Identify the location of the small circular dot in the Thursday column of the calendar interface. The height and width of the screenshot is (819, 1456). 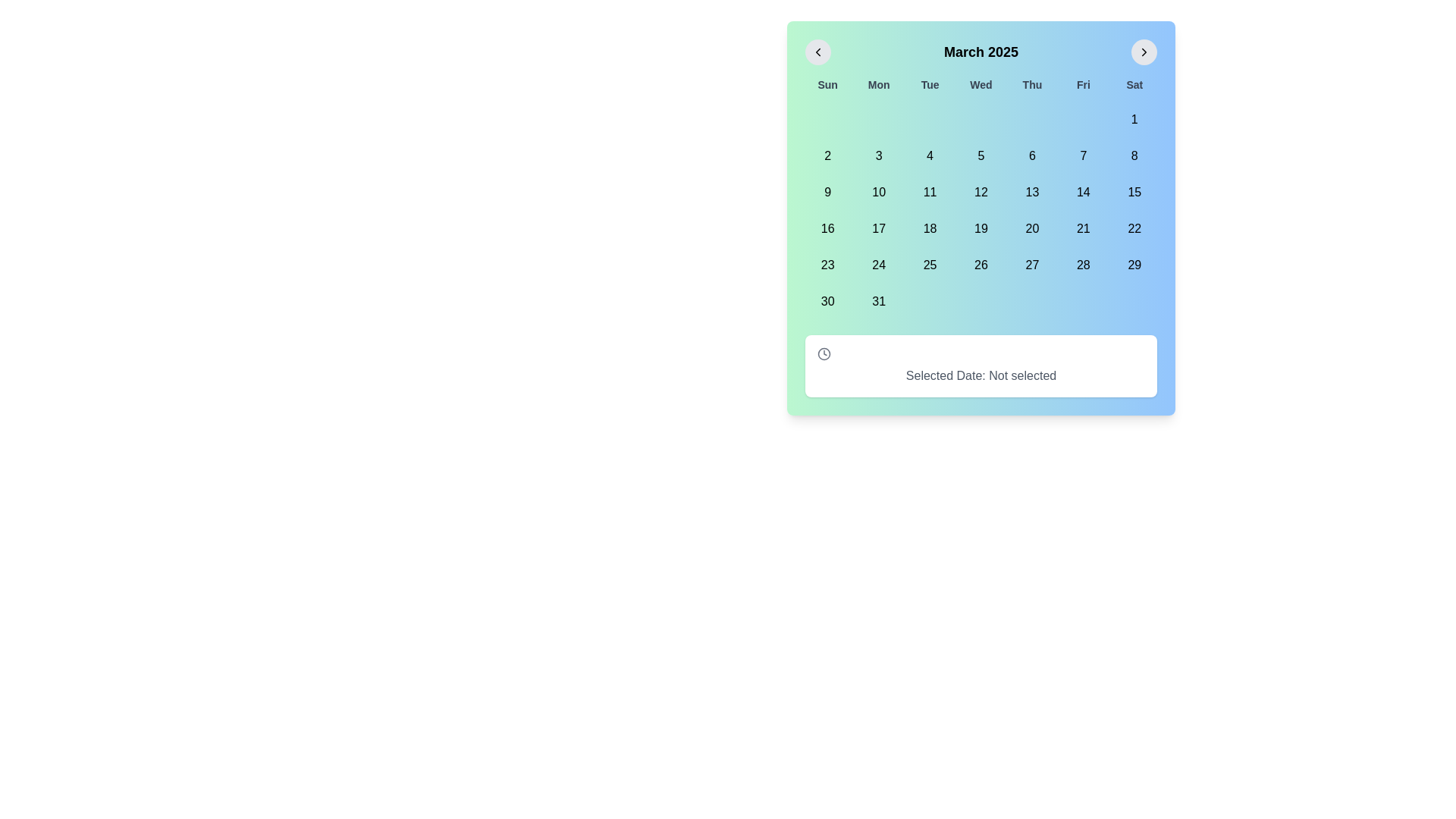
(1031, 119).